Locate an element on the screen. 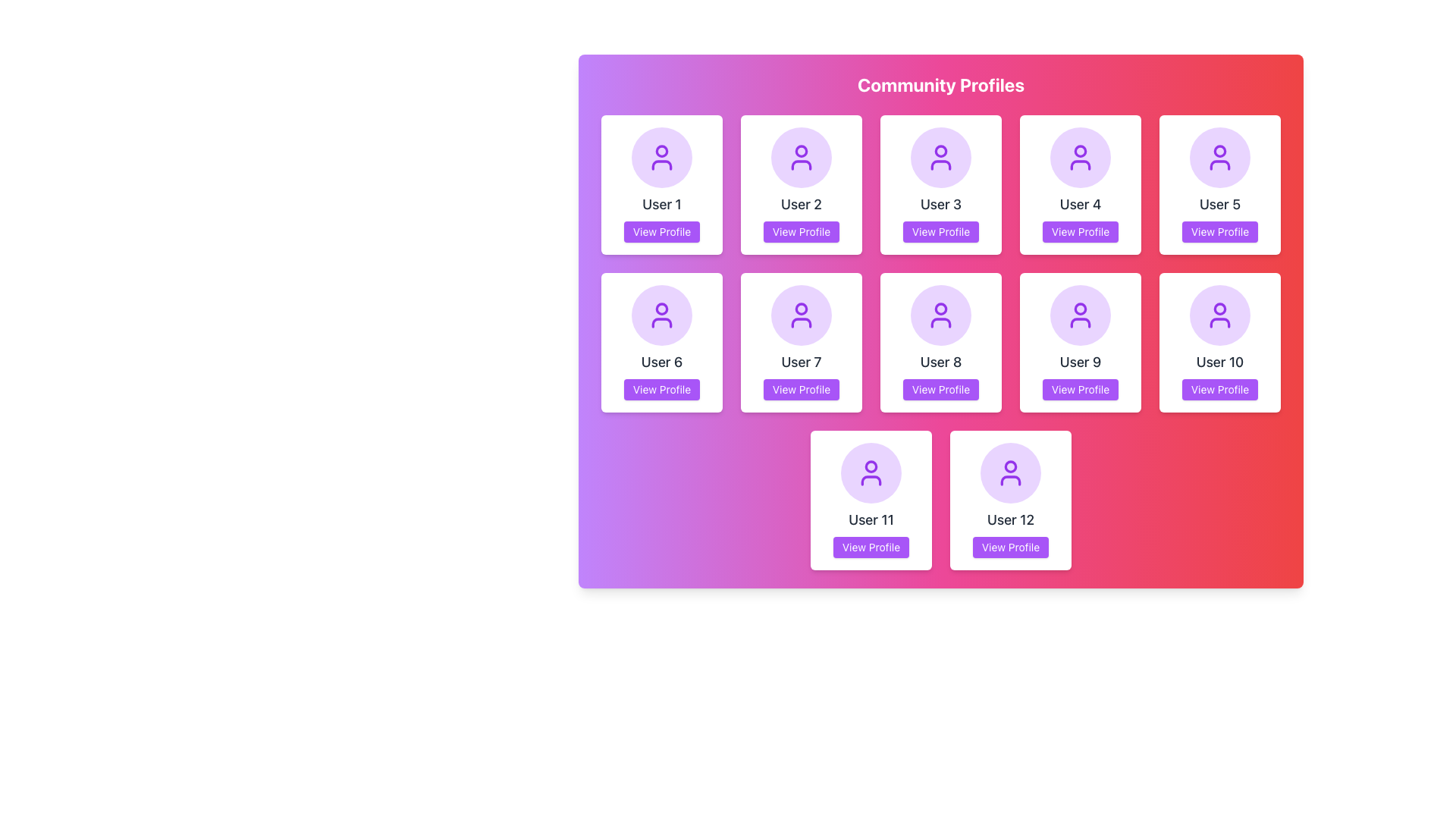  the 'View Profile' button with a purple background and white text located in the user card for 'User 5' to observe any visual effects is located at coordinates (1219, 231).